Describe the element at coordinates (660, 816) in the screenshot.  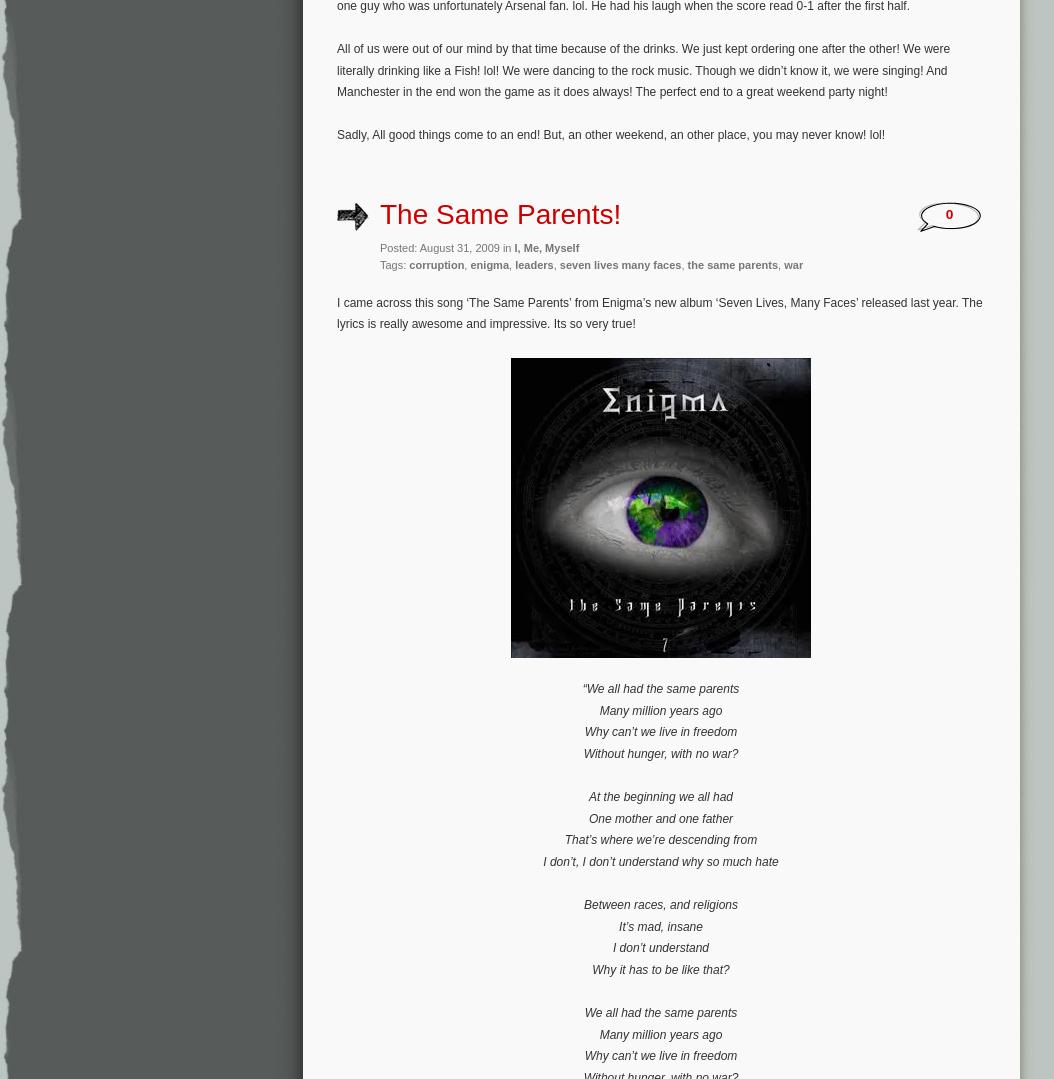
I see `'One mother and one father'` at that location.